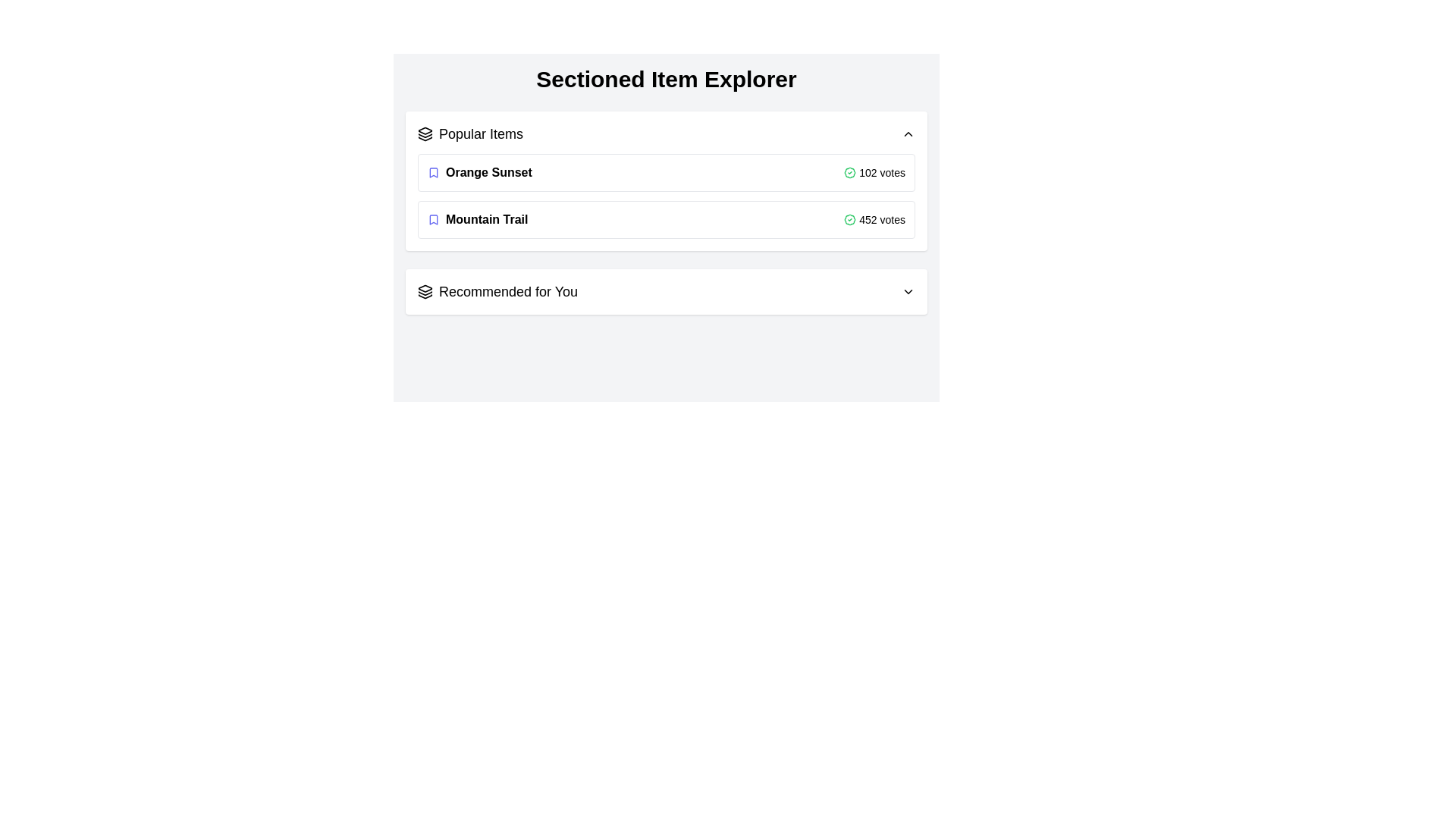 This screenshot has width=1456, height=819. Describe the element at coordinates (908, 133) in the screenshot. I see `the upward-pointing chevron arrow icon located at the far right of the 'Popular Items' section header` at that location.